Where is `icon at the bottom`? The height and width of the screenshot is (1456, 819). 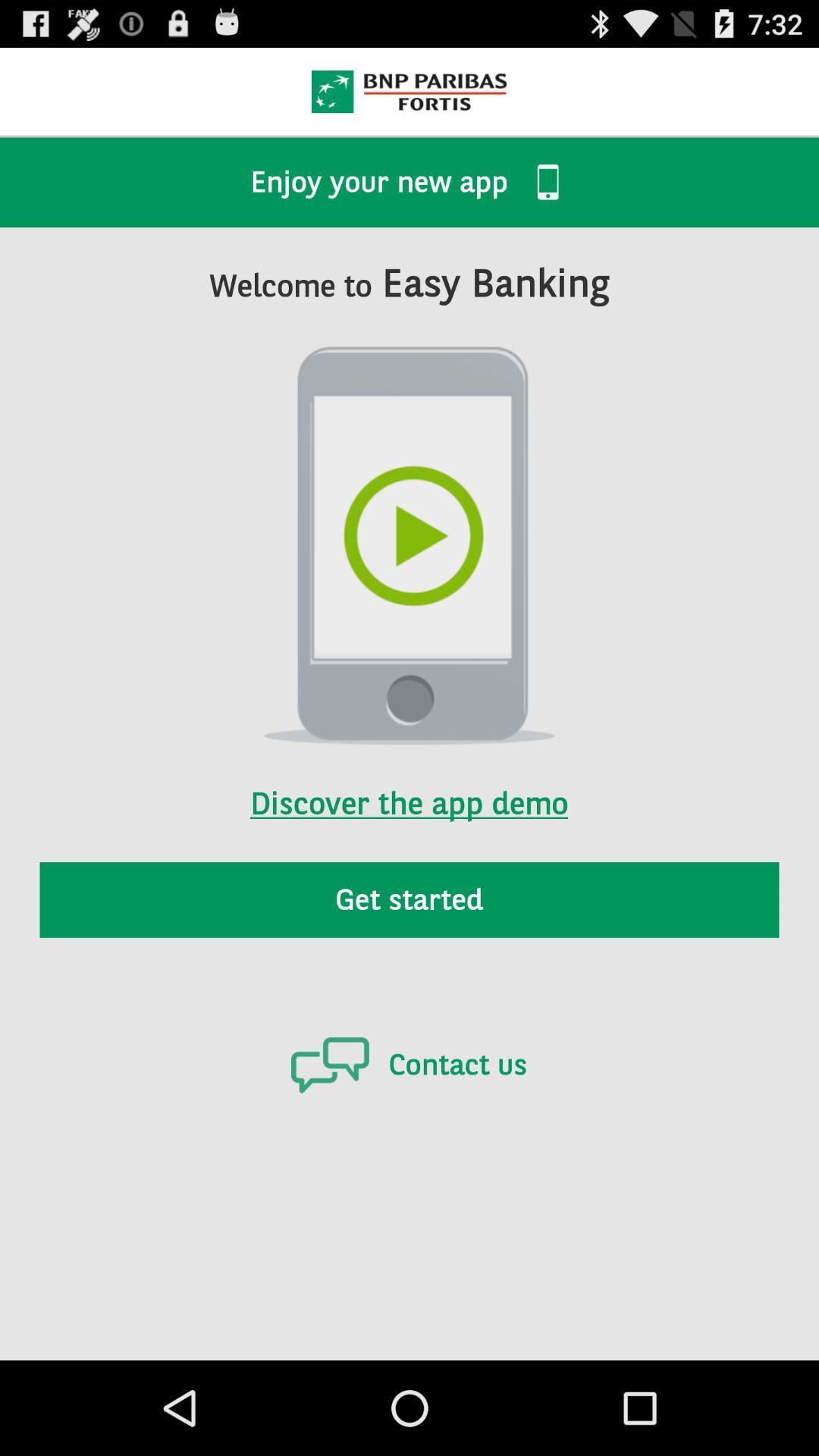
icon at the bottom is located at coordinates (408, 1064).